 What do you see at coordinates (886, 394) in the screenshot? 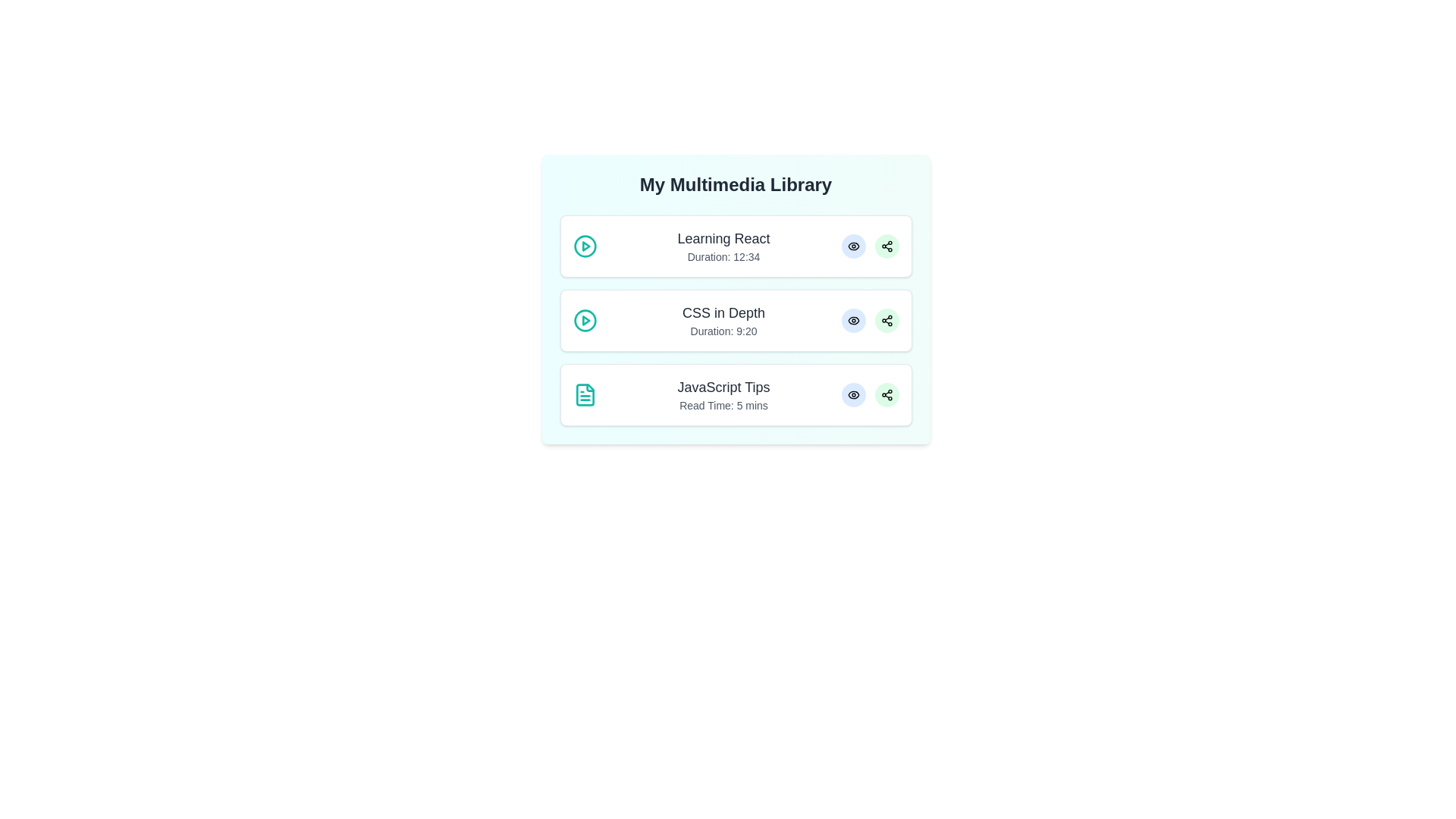
I see `share button for the media item titled JavaScript Tips` at bounding box center [886, 394].